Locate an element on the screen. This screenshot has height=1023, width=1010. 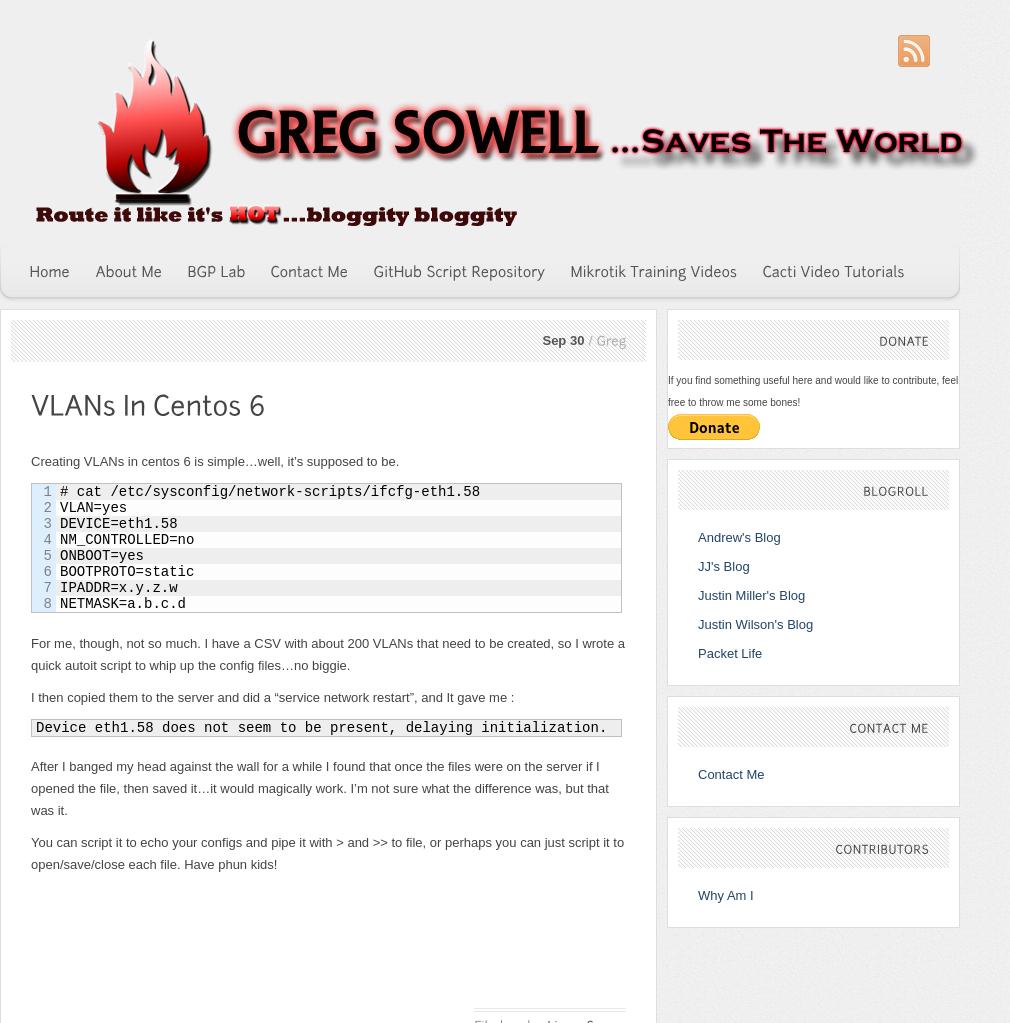
'Contact Me' is located at coordinates (730, 773).